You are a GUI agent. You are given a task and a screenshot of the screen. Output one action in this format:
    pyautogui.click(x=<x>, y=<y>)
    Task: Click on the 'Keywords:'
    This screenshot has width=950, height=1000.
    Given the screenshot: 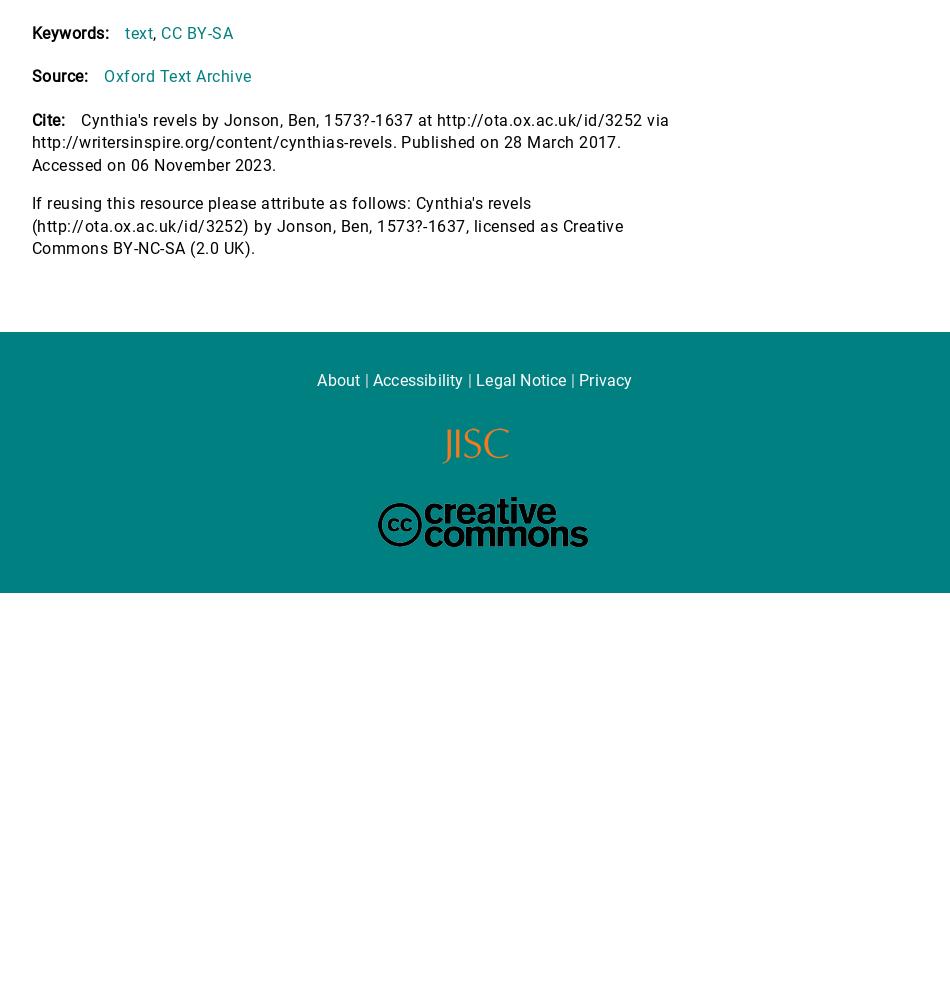 What is the action you would take?
    pyautogui.click(x=70, y=32)
    